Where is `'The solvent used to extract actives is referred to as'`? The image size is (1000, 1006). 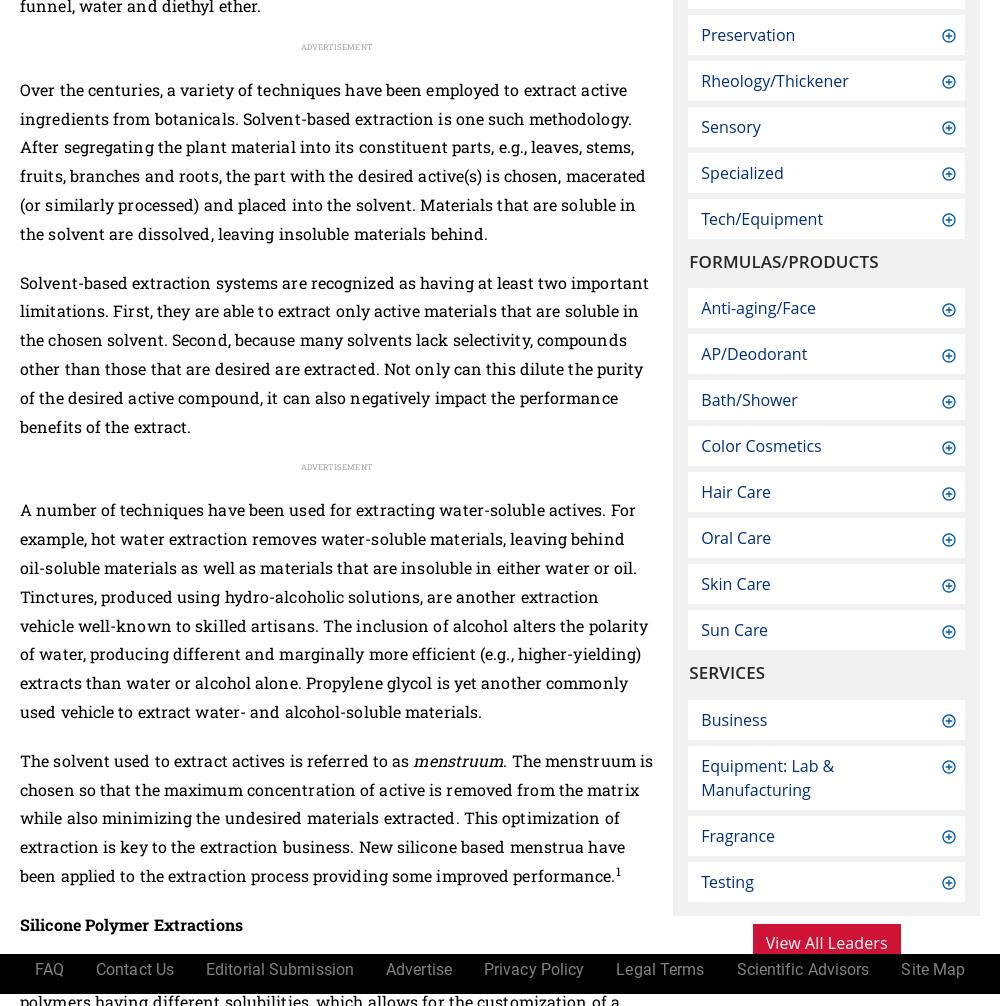
'The solvent used to extract actives is referred to as' is located at coordinates (215, 758).